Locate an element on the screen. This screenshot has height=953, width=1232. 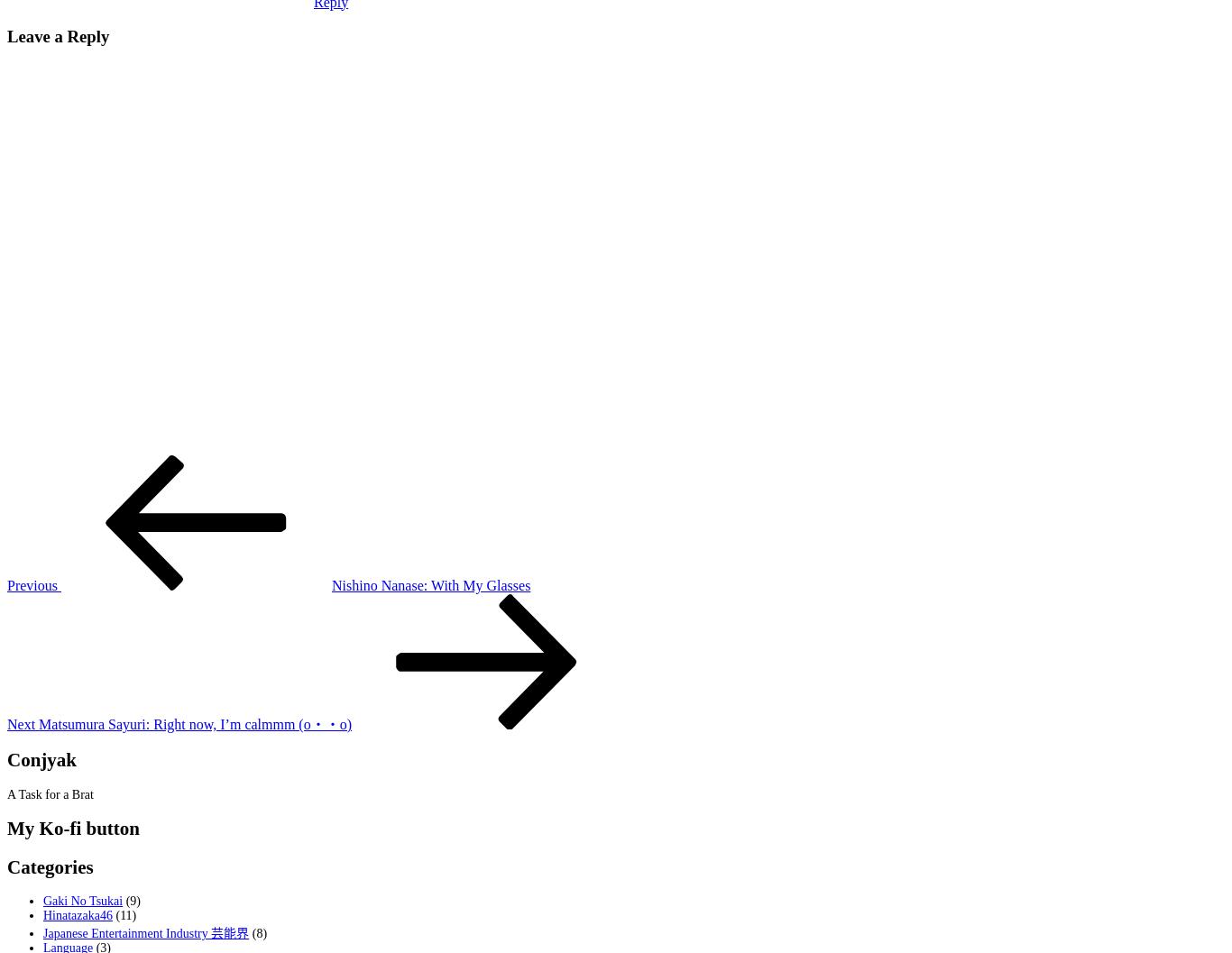
'(11)' is located at coordinates (123, 914).